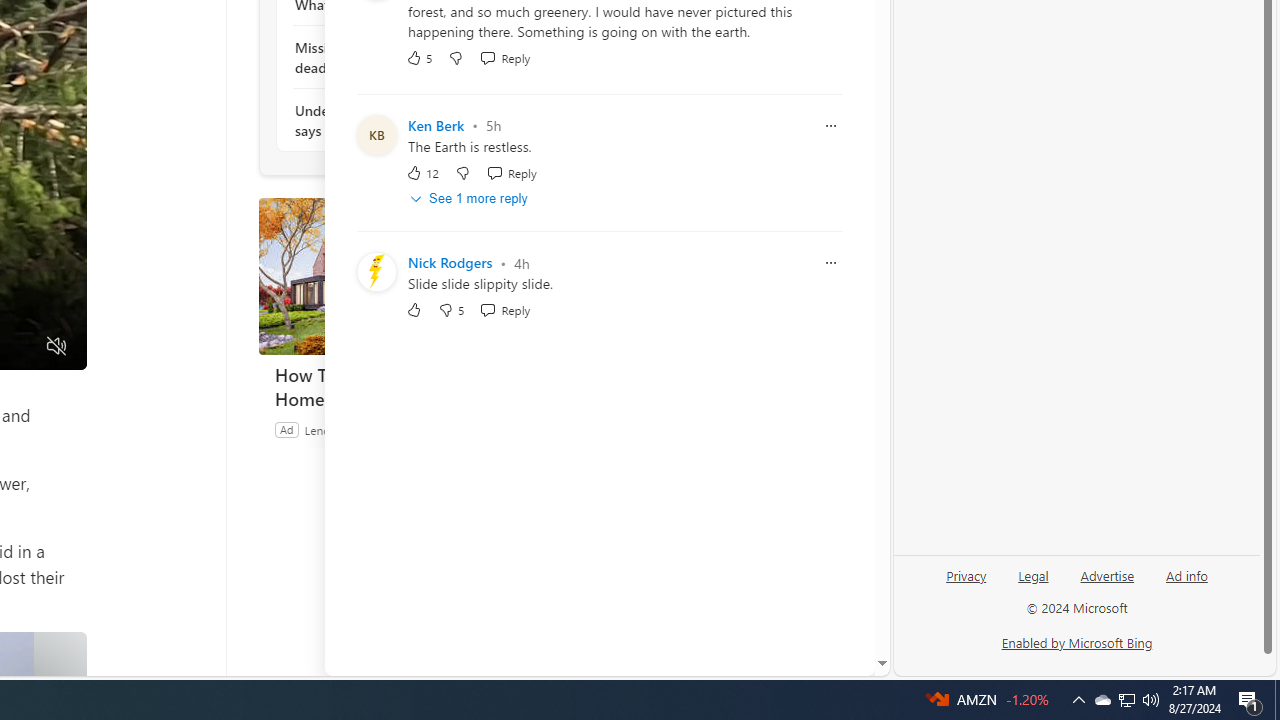  What do you see at coordinates (449, 262) in the screenshot?
I see `'Nick Rodgers'` at bounding box center [449, 262].